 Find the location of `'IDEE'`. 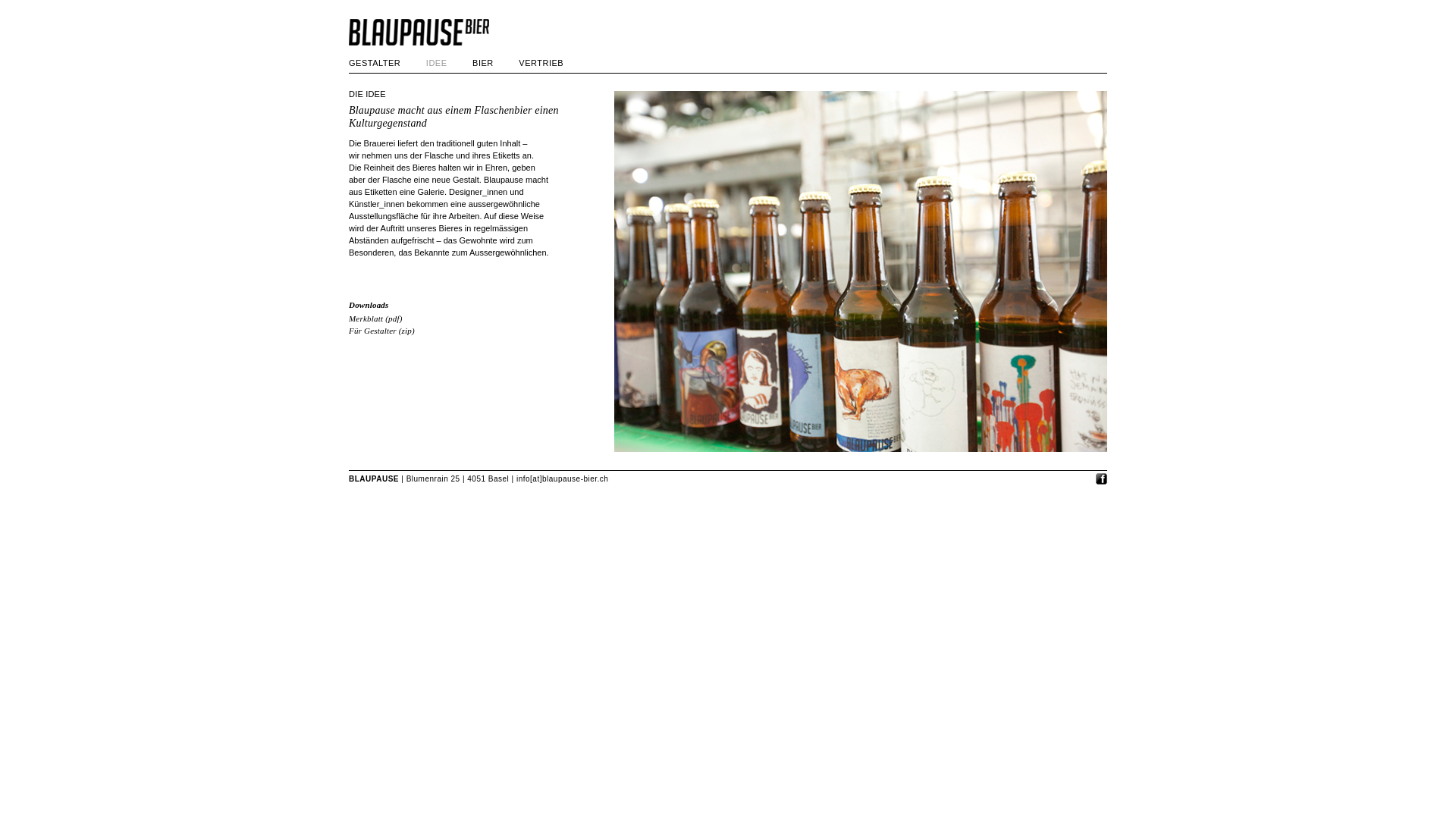

'IDEE' is located at coordinates (425, 62).